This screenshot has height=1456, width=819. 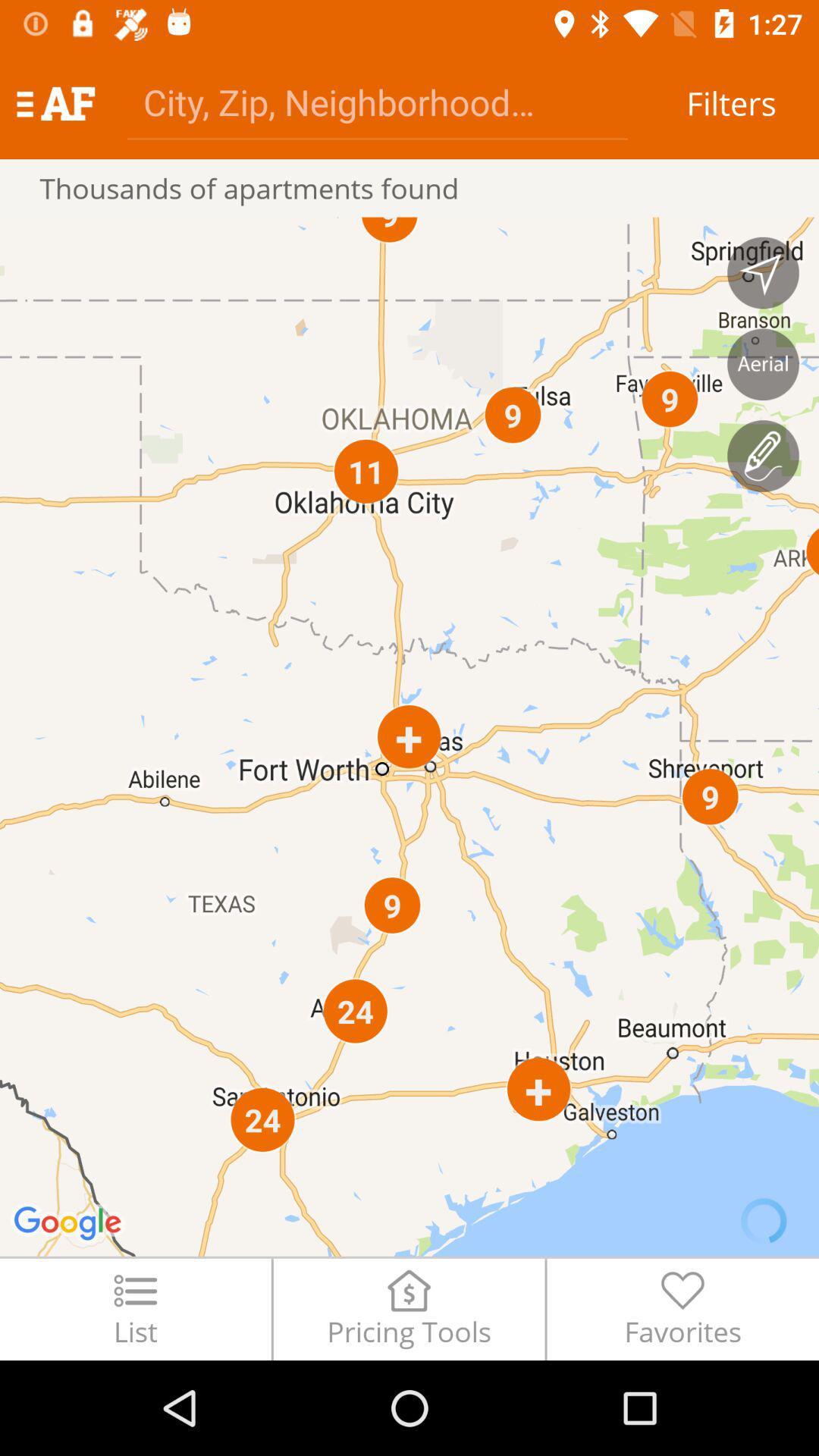 I want to click on the icon to the right of pricing tools icon, so click(x=682, y=1308).